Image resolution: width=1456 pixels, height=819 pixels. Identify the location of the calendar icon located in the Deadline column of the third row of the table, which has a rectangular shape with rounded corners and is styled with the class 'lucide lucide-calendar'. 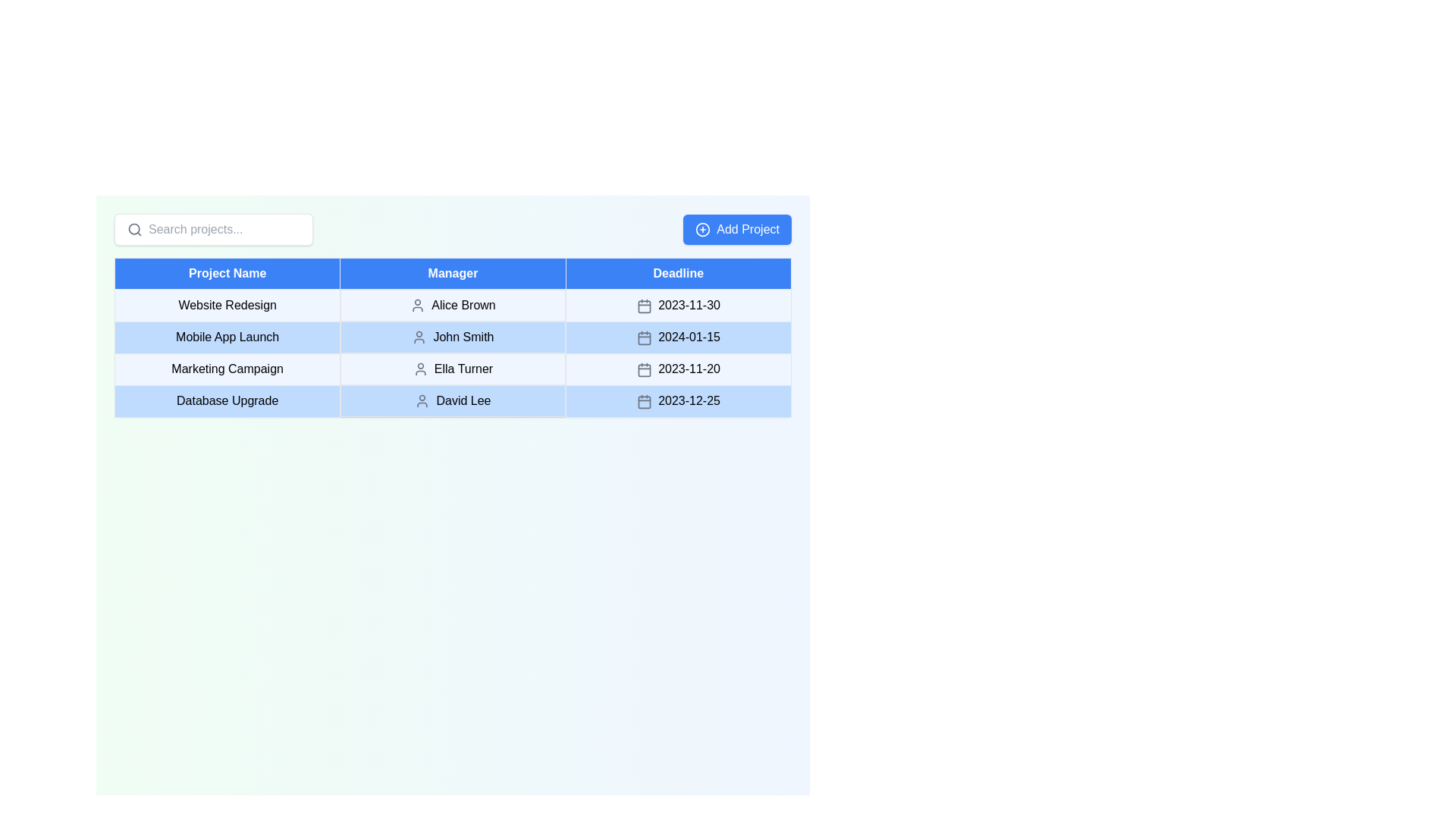
(644, 370).